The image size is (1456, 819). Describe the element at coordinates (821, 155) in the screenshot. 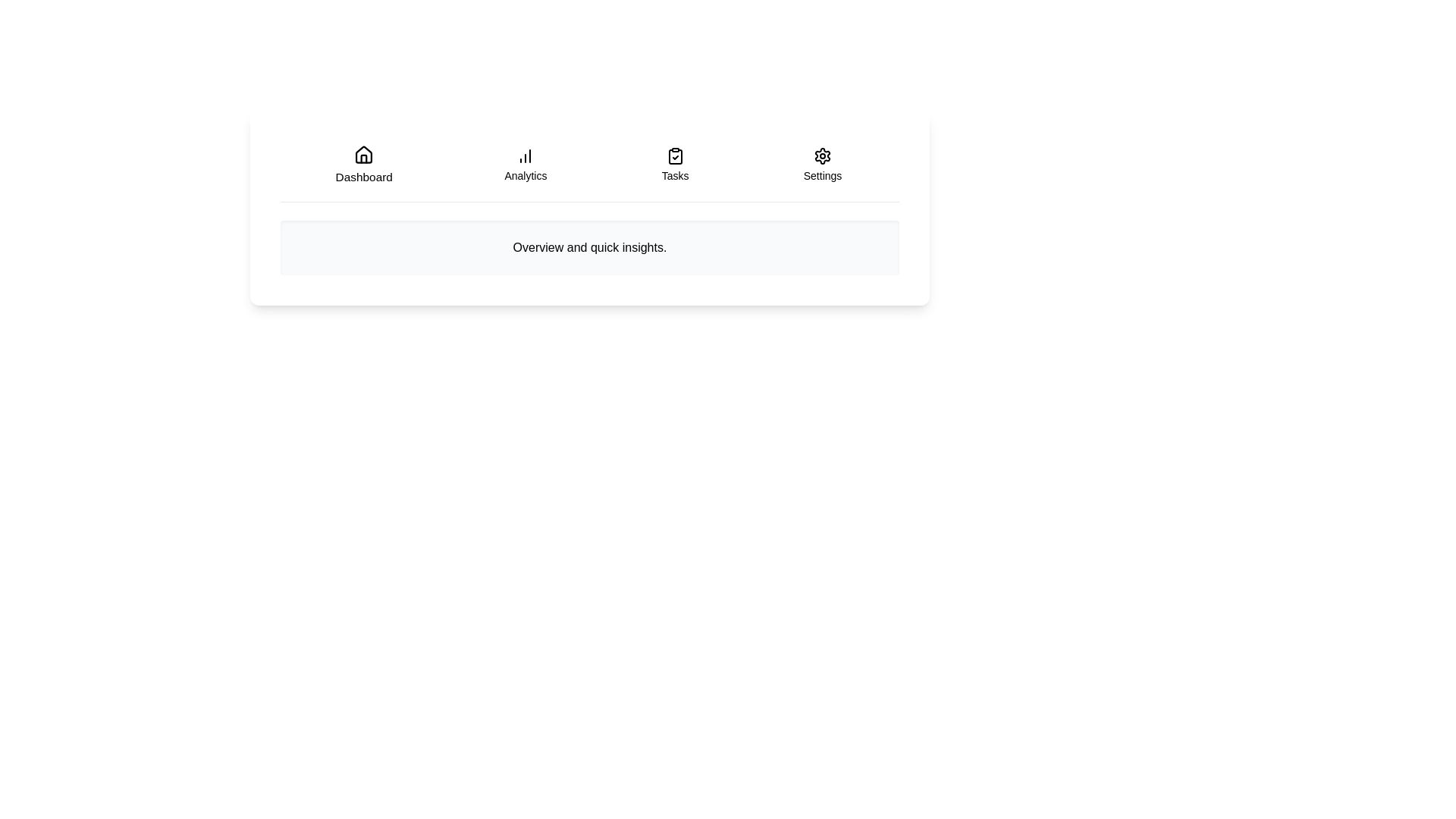

I see `the inner portion of the gear icon in the fourth position of the top navigation bar, which is labeled 'Settings'` at that location.